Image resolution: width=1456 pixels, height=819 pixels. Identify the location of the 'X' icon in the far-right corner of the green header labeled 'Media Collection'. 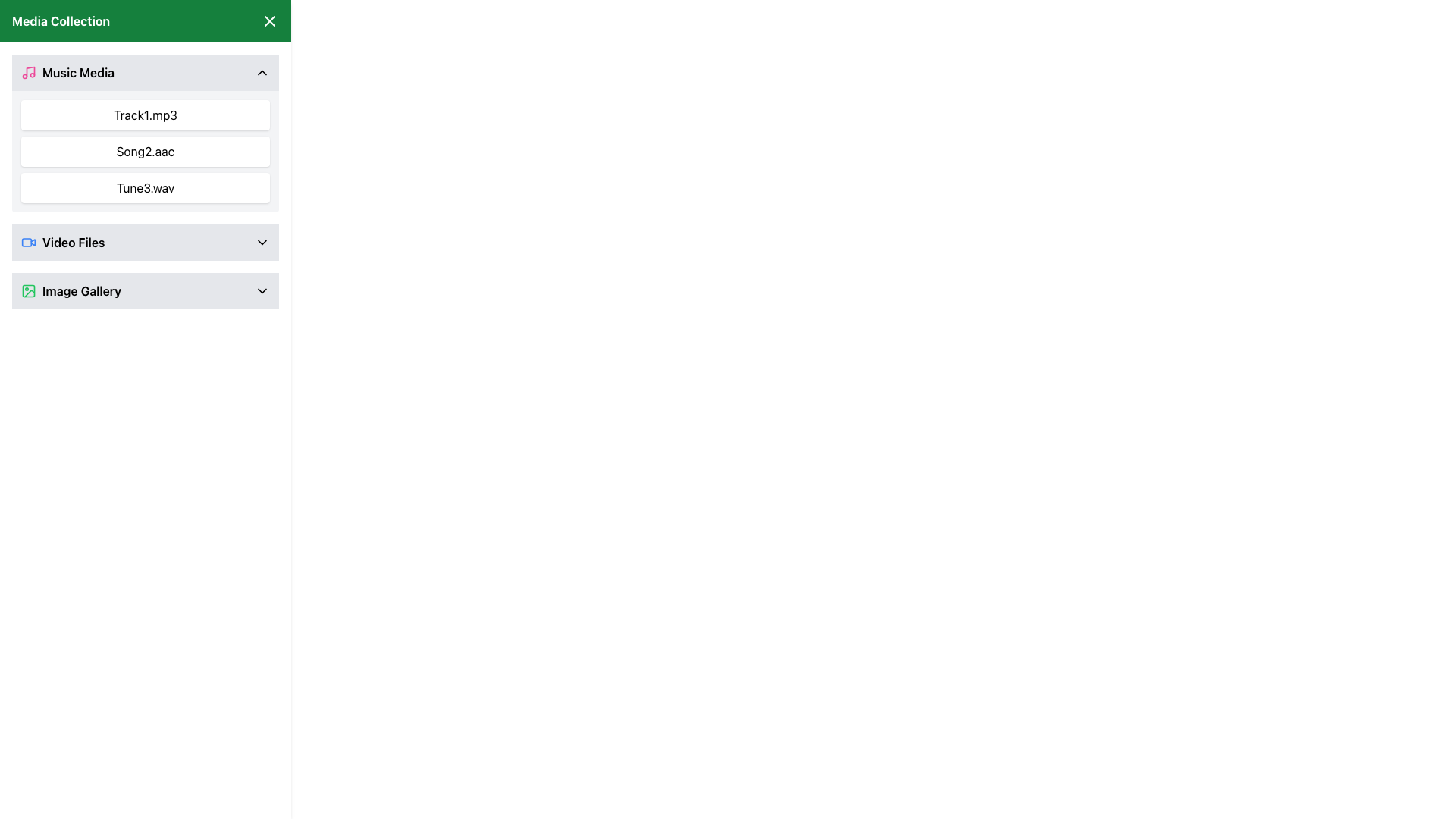
(269, 20).